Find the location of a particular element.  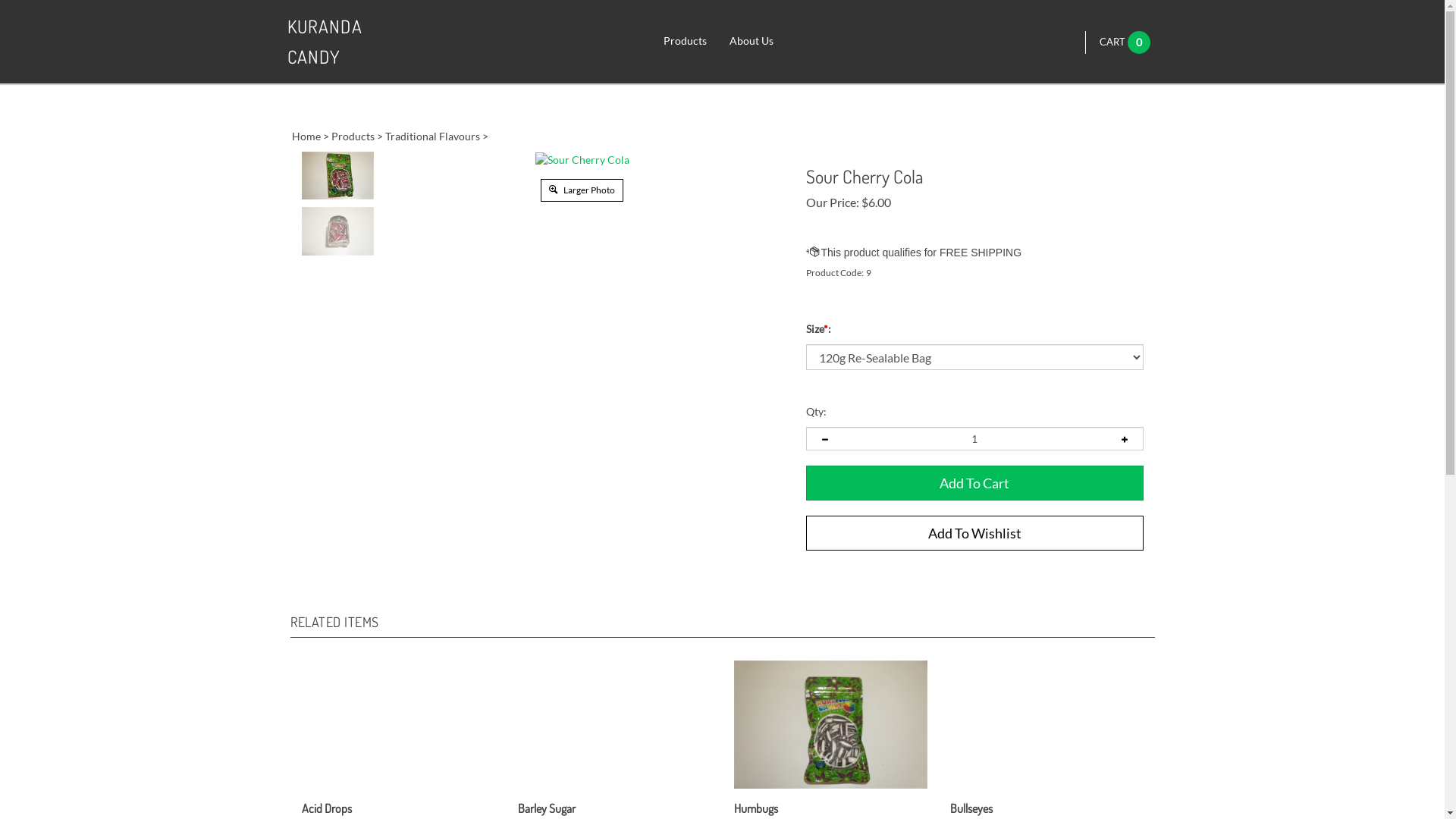

'Larger Photo' is located at coordinates (581, 188).